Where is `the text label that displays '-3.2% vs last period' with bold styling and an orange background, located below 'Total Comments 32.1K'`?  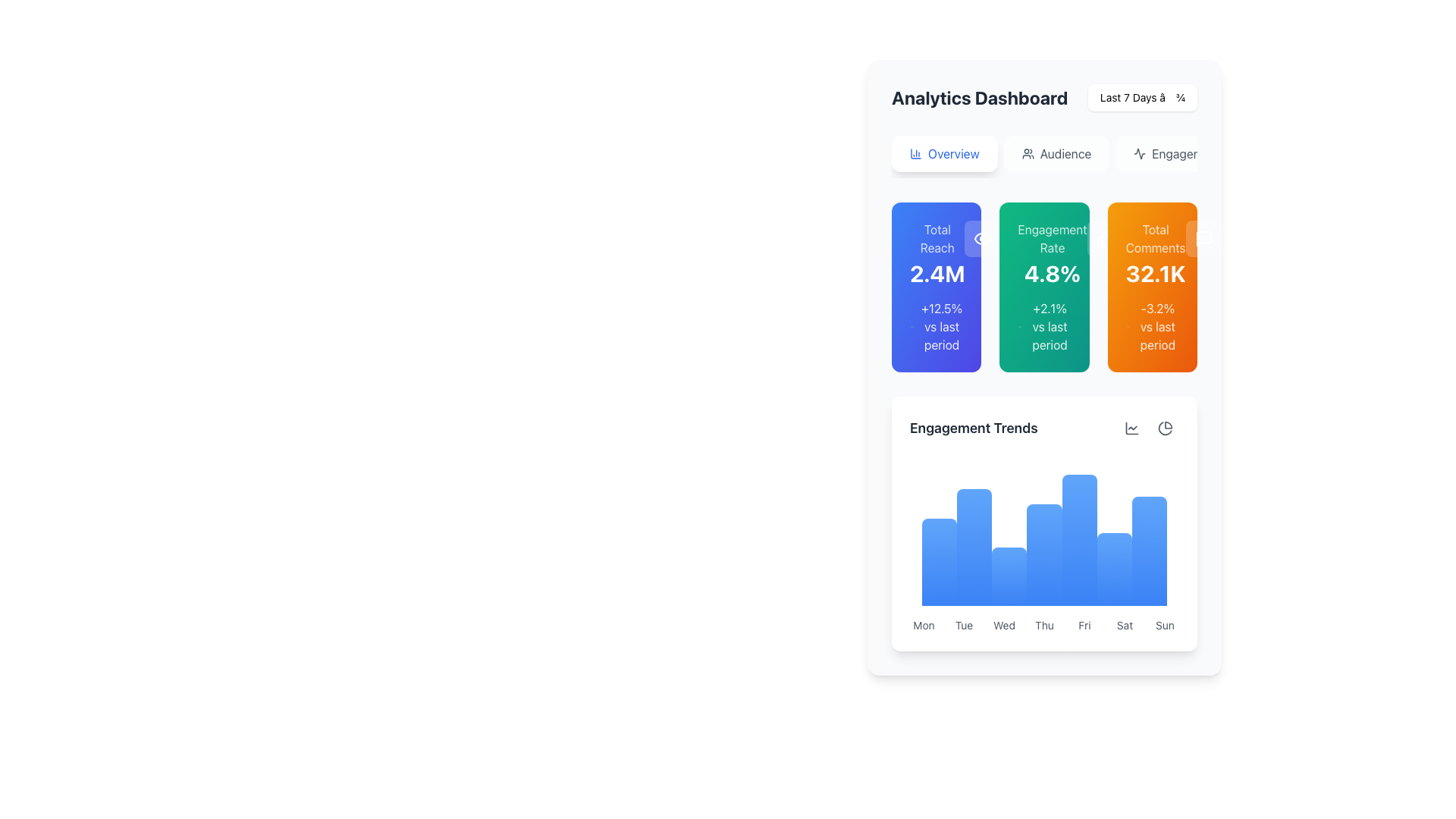 the text label that displays '-3.2% vs last period' with bold styling and an orange background, located below 'Total Comments 32.1K' is located at coordinates (1156, 326).